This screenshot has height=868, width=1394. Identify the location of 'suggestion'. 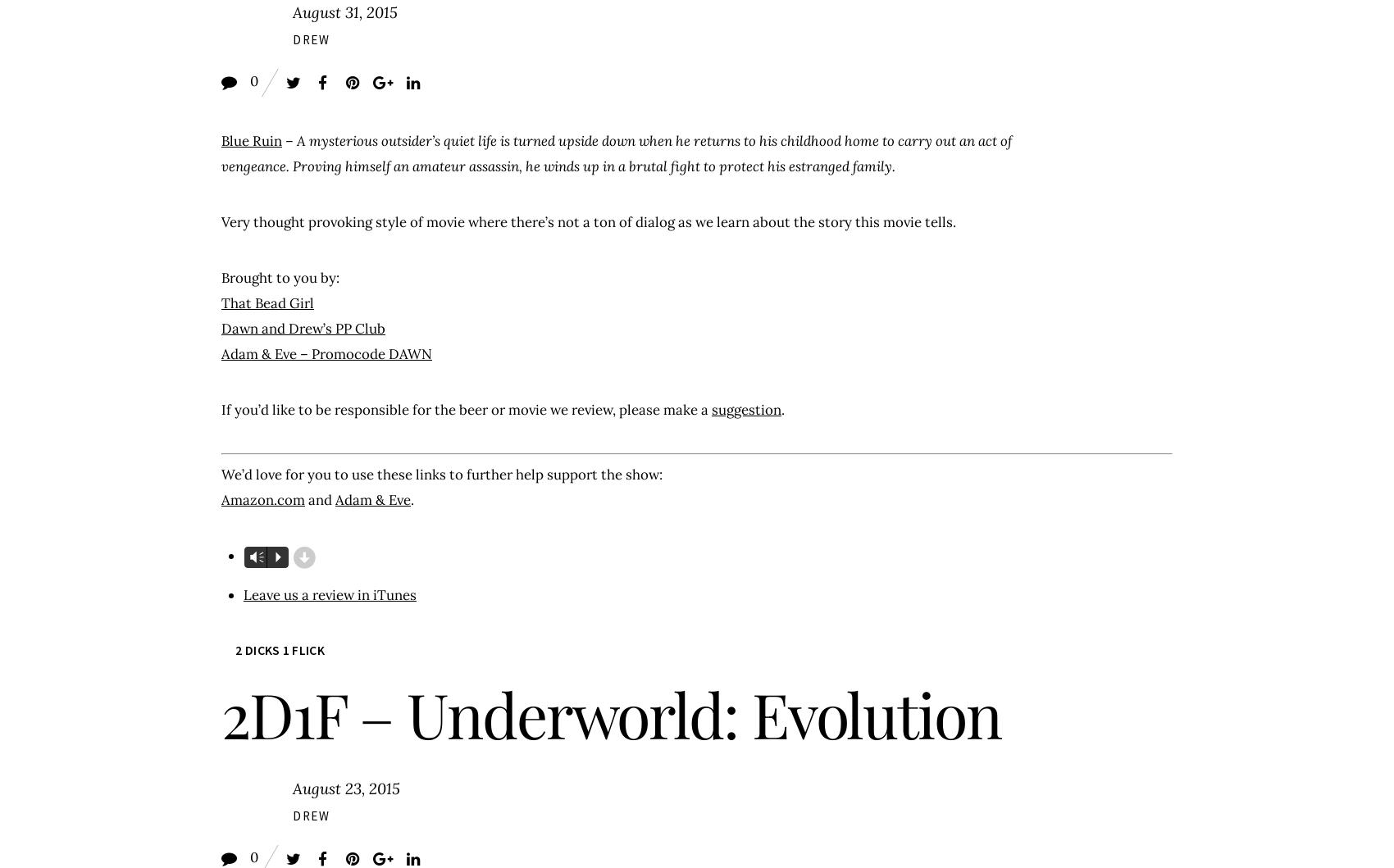
(746, 409).